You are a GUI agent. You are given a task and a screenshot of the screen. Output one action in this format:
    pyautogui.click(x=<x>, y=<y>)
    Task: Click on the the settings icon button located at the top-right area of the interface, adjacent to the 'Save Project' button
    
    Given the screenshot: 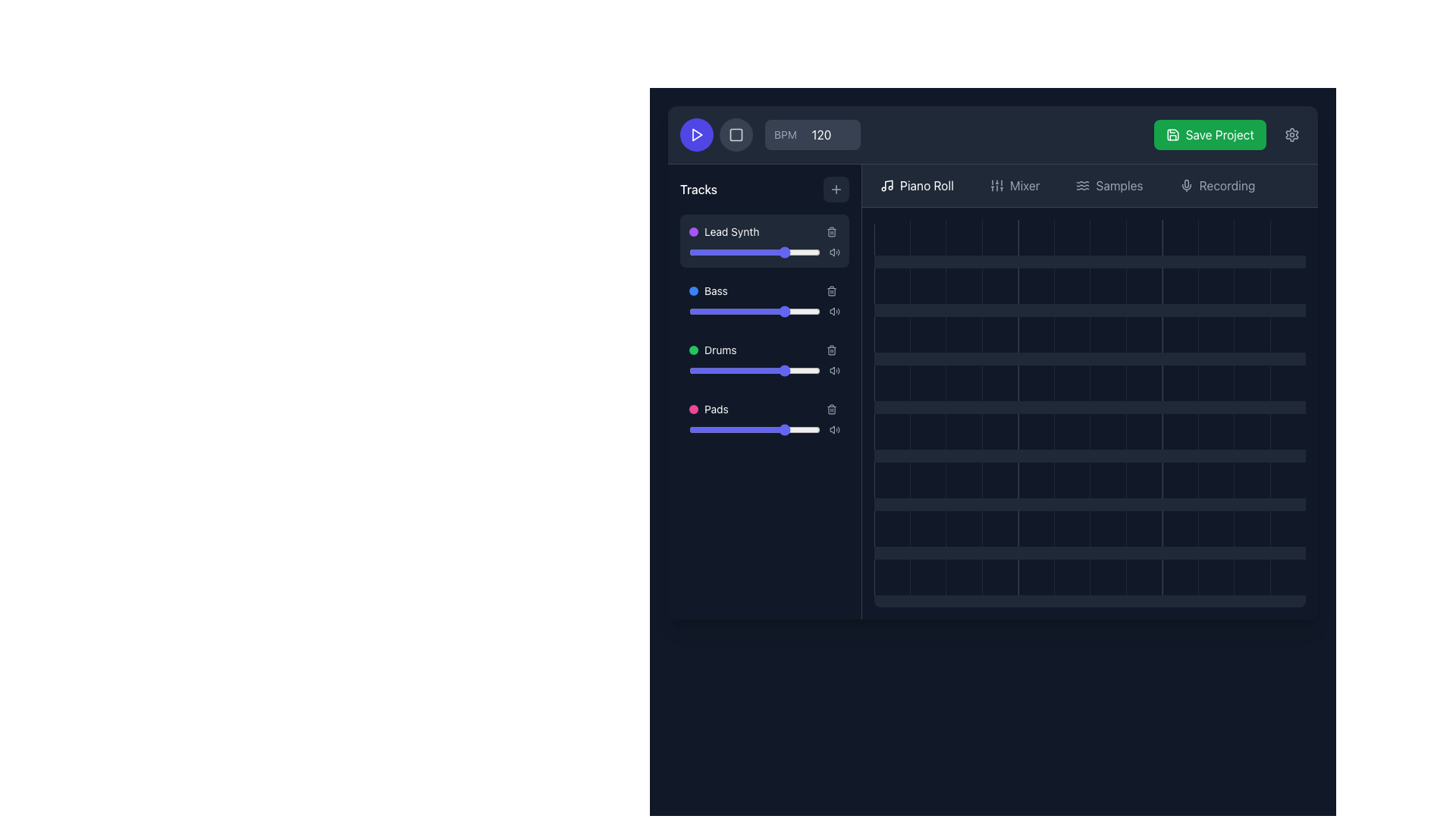 What is the action you would take?
    pyautogui.click(x=1291, y=133)
    